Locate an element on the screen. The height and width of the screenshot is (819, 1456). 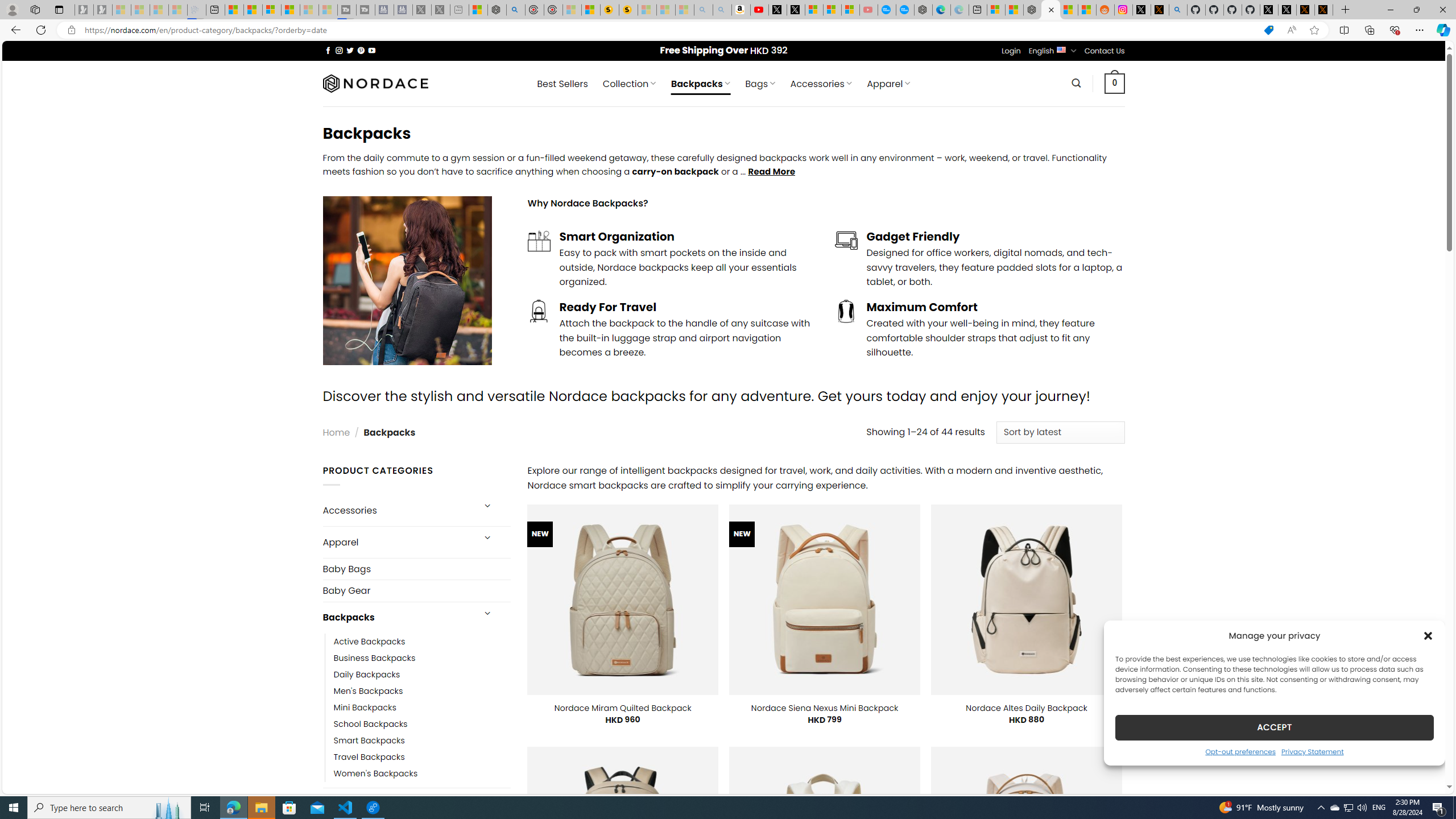
'Women' is located at coordinates (375, 773).